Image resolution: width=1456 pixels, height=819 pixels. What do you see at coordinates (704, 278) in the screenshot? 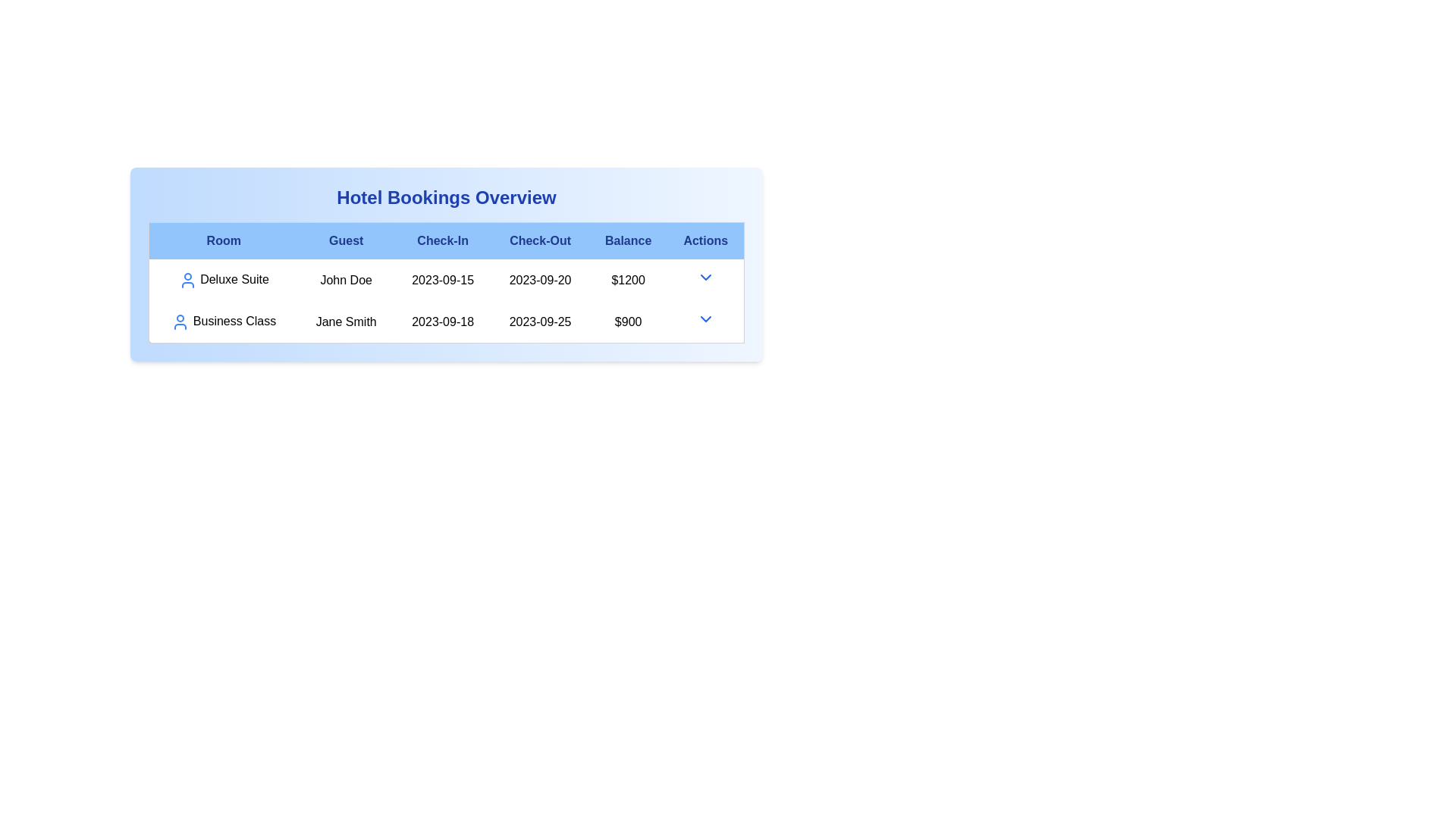
I see `arrow button in the Actions column for the row corresponding to Deluxe Suite` at bounding box center [704, 278].